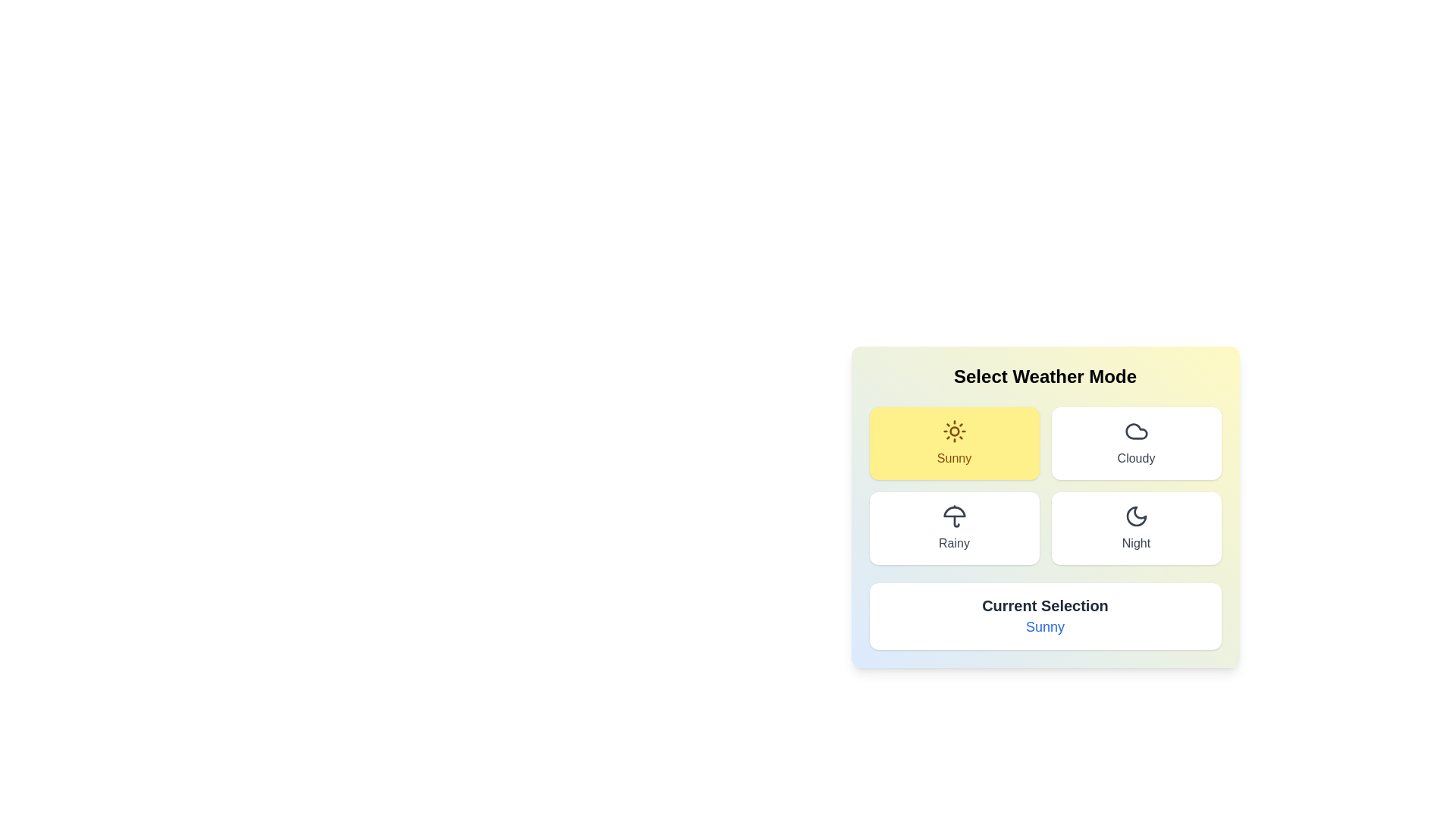 This screenshot has width=1456, height=819. Describe the element at coordinates (1136, 528) in the screenshot. I see `the Night button to select it` at that location.